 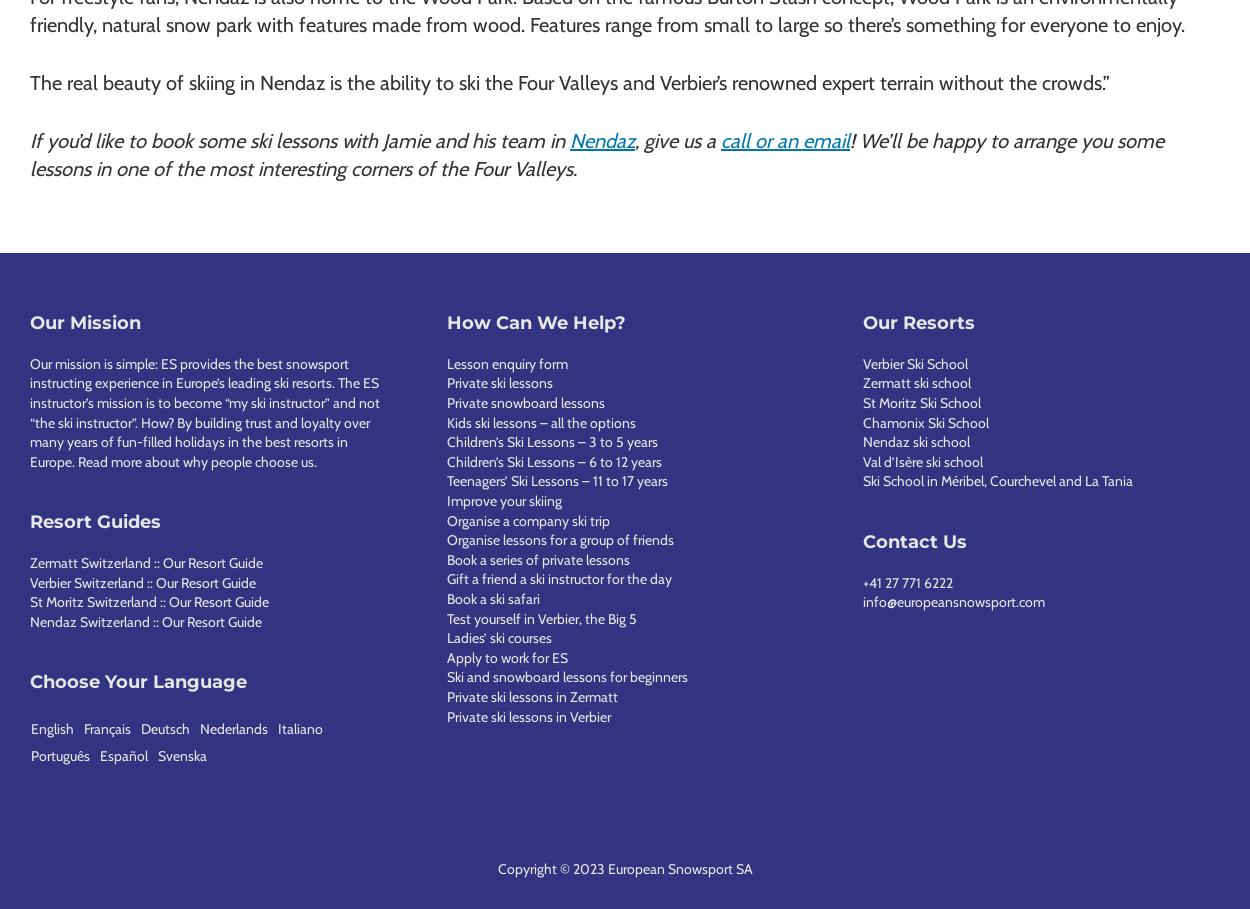 What do you see at coordinates (30, 581) in the screenshot?
I see `'Verbier Switzerland :: Our Resort Guide'` at bounding box center [30, 581].